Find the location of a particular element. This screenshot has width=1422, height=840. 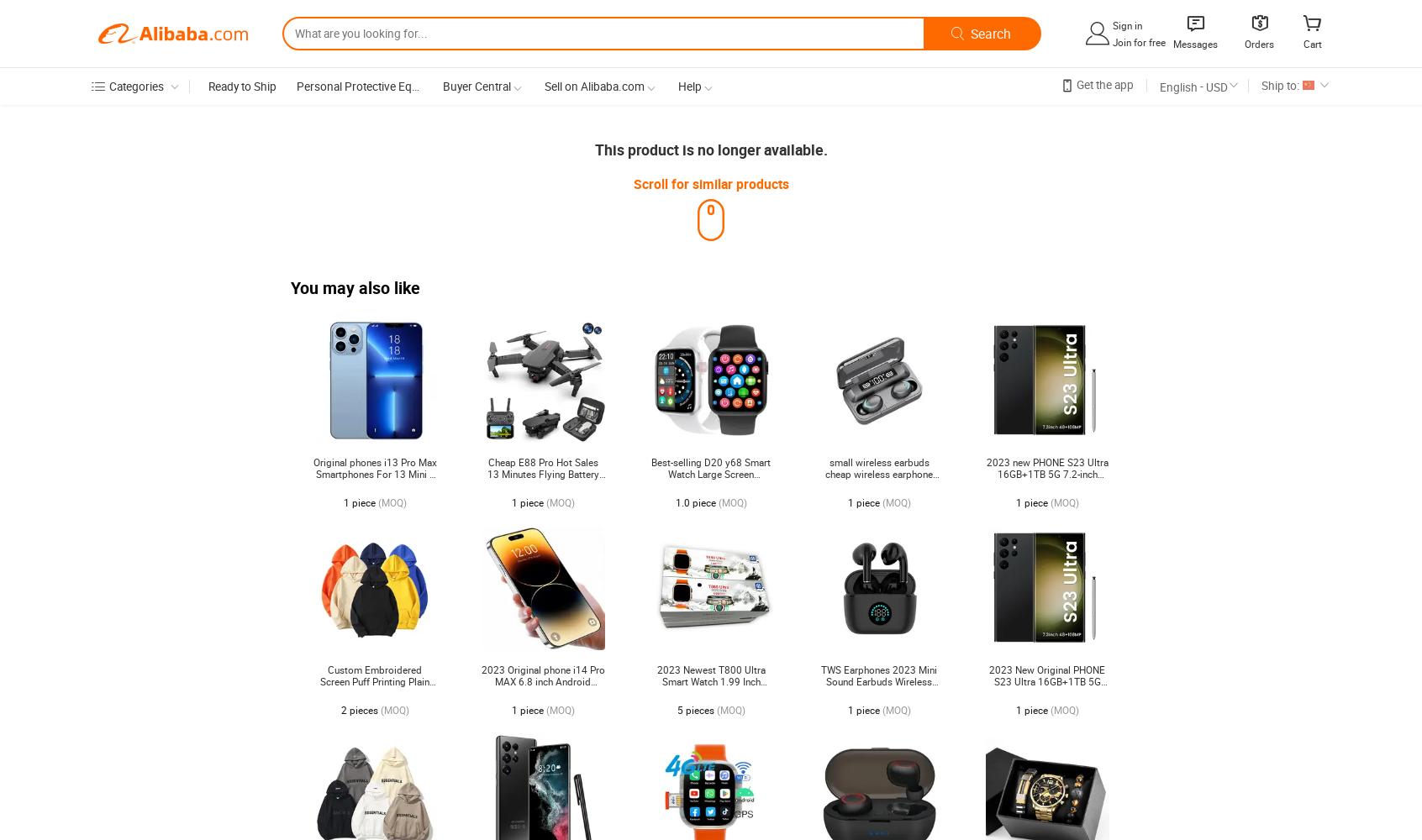

'5 pieces' is located at coordinates (677, 710).